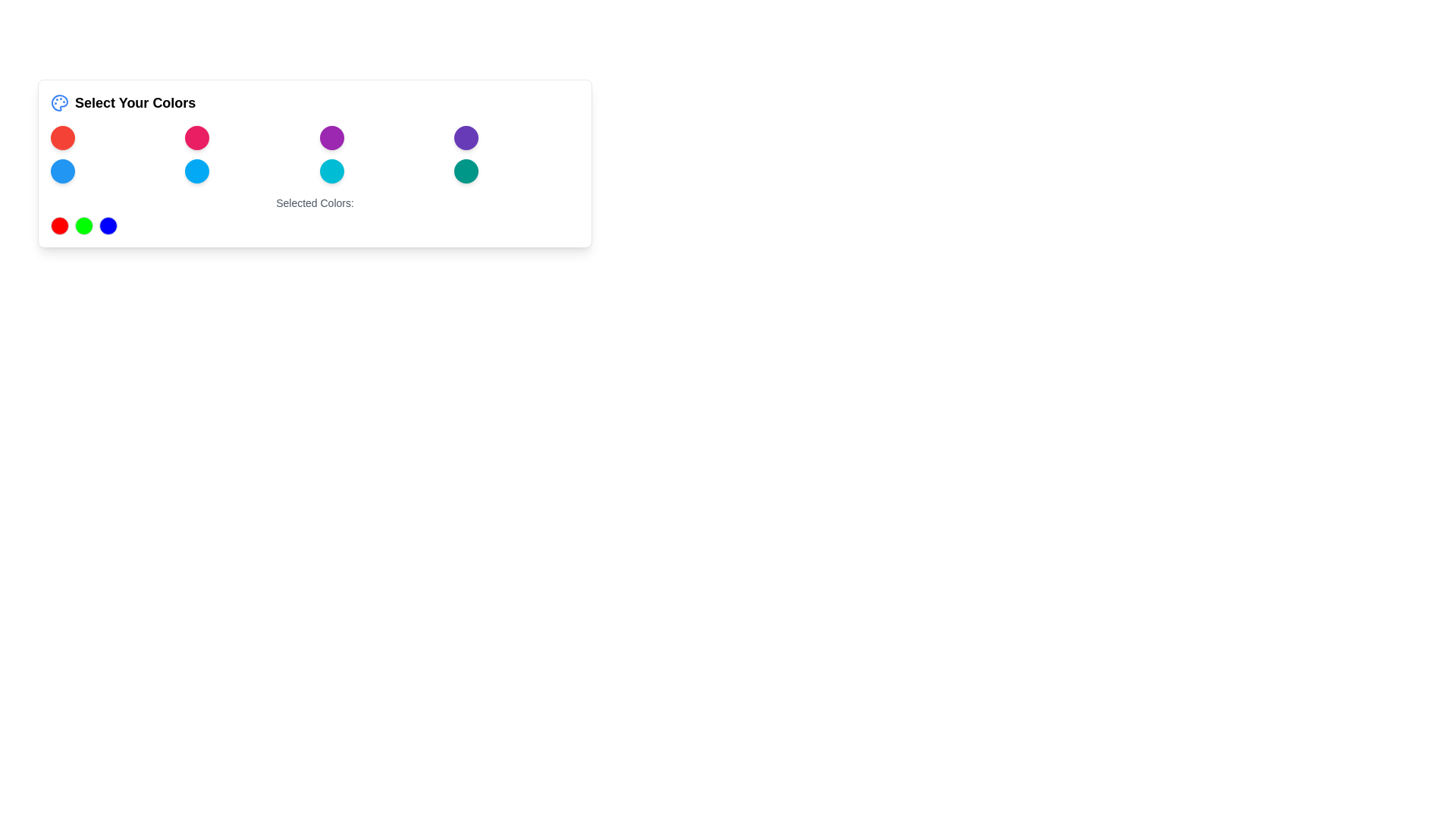 This screenshot has height=819, width=1456. I want to click on the second color circle in the second row of the color selector grid, so click(196, 171).